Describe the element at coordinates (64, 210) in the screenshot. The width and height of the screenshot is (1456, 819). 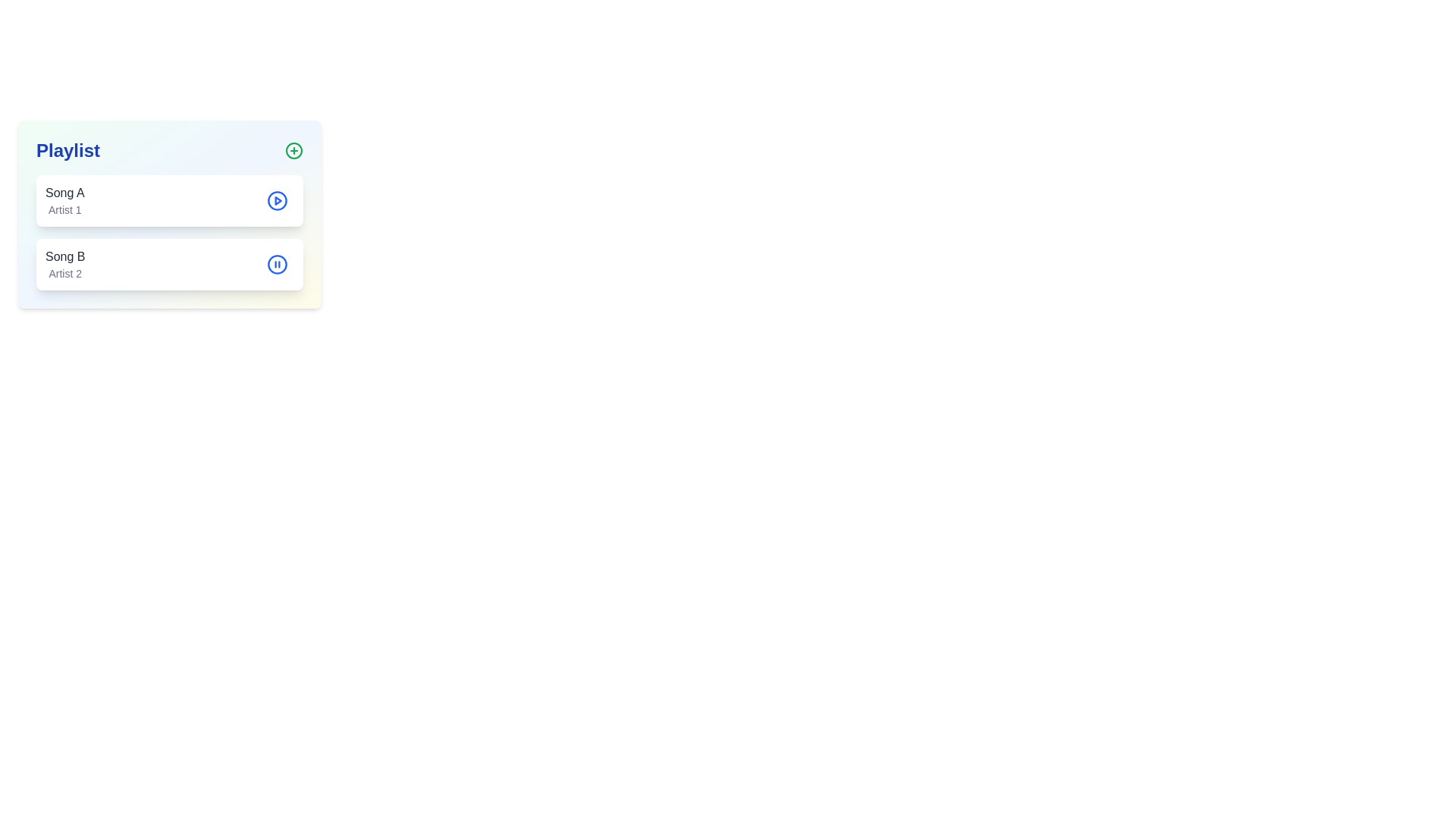
I see `the static text label displaying 'Artist 1' which is located directly below 'Song A' in the playlist interface` at that location.